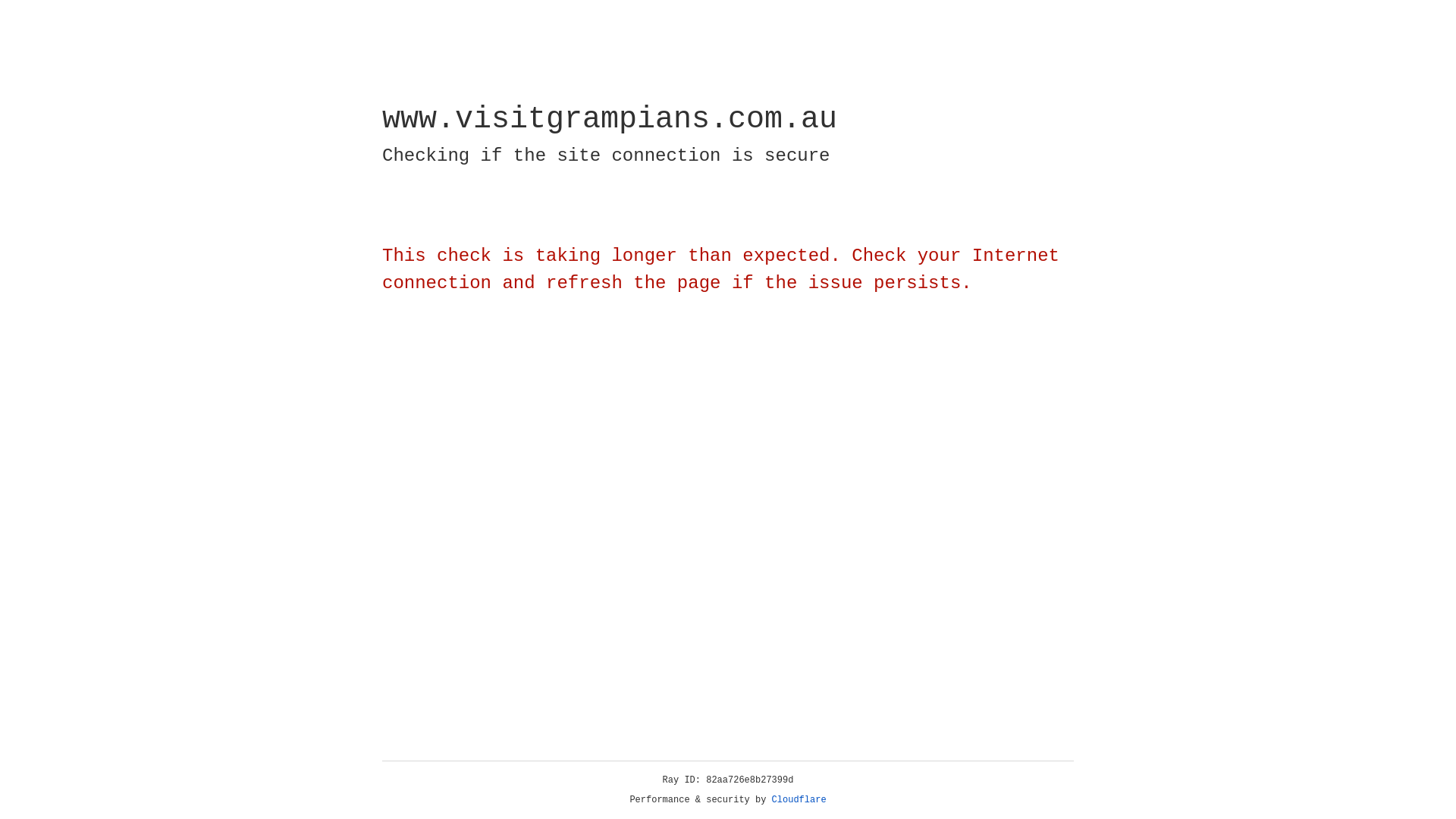 This screenshot has width=1456, height=819. What do you see at coordinates (799, 799) in the screenshot?
I see `'Cloudflare'` at bounding box center [799, 799].